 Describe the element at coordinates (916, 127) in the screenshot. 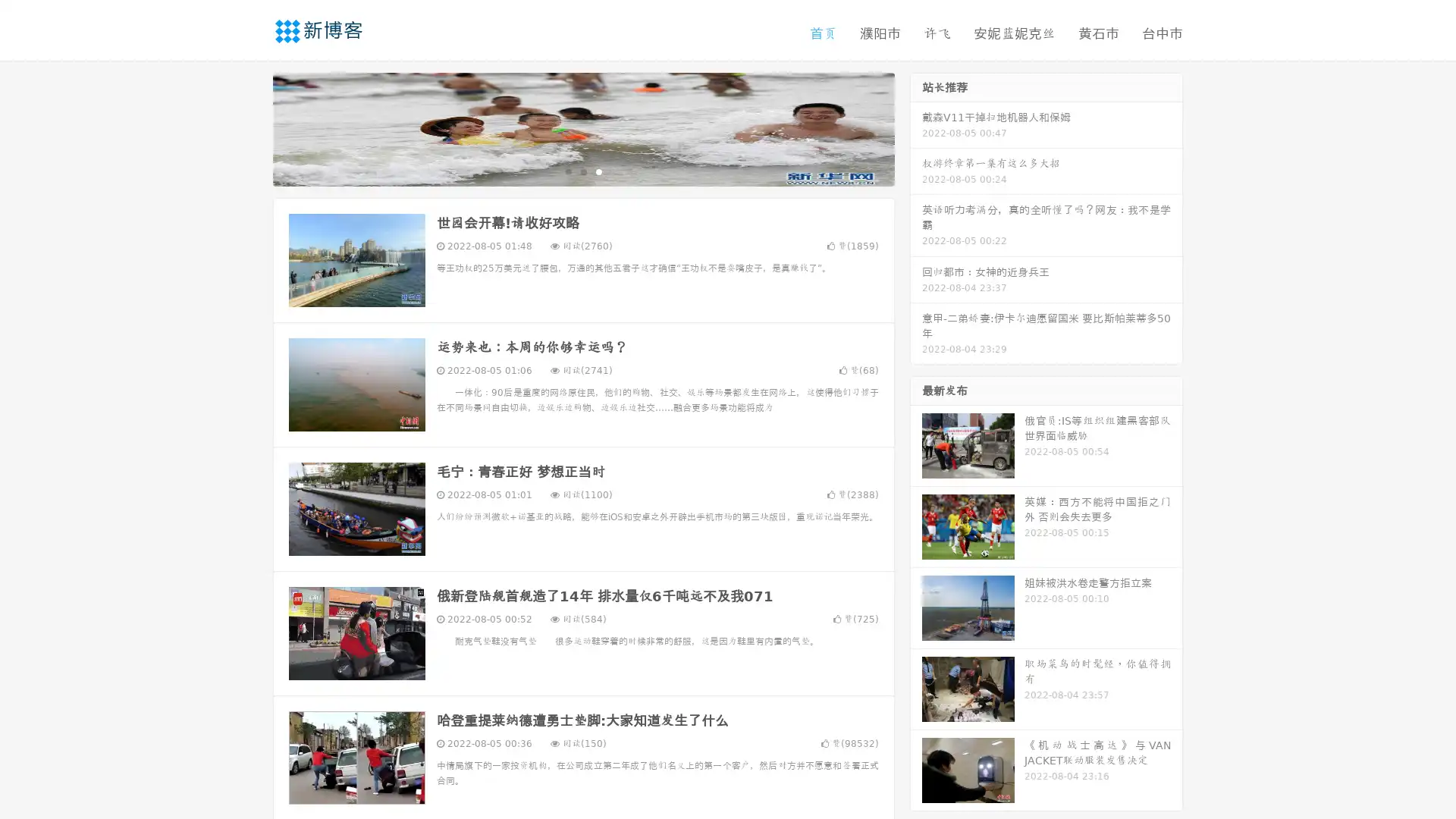

I see `Next slide` at that location.